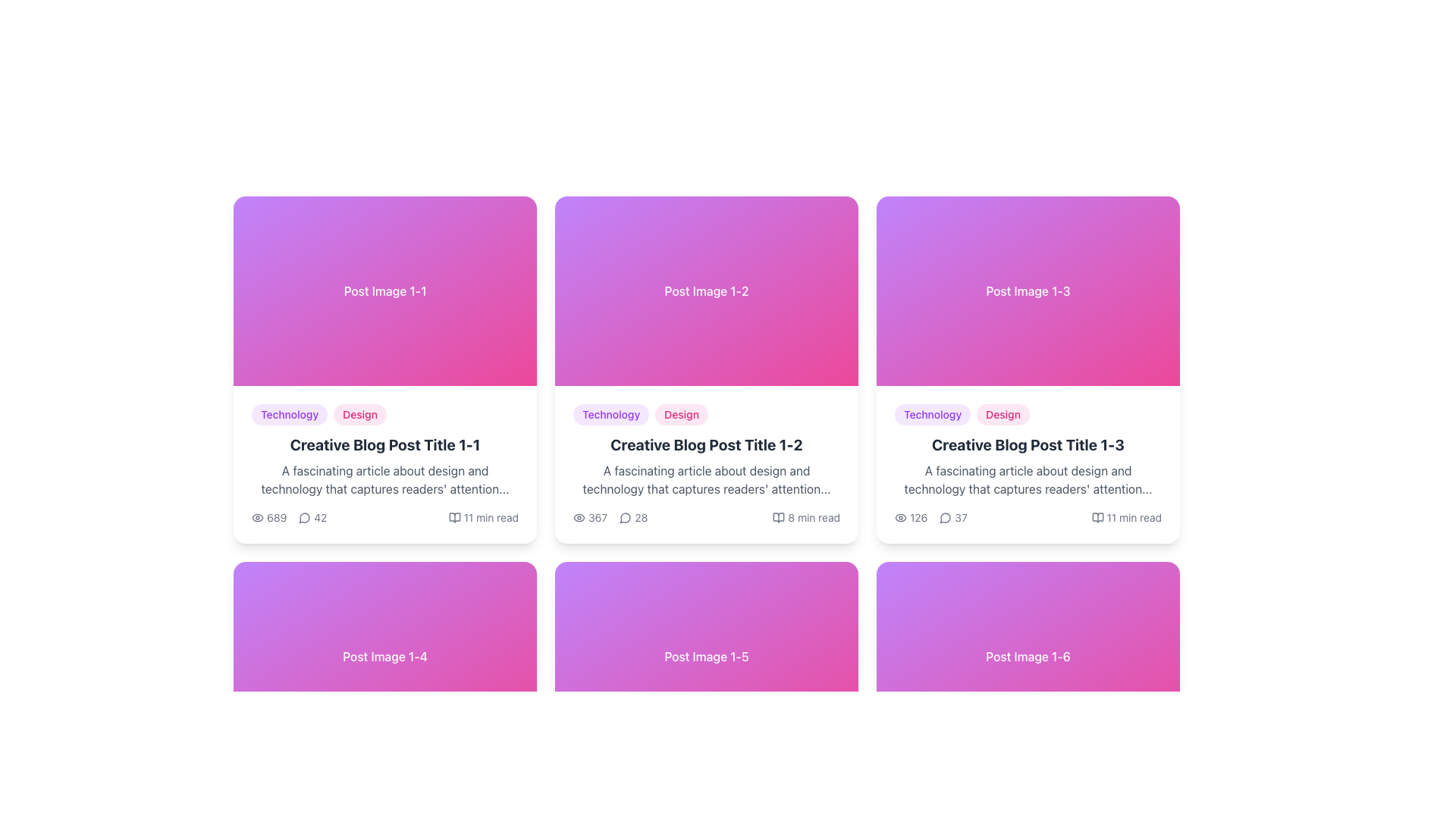 The image size is (1456, 819). I want to click on the static visual header with a gradient background and the text 'Post Image 1-5' located in the second row and third column of a 2x3 grid layout, so click(705, 656).